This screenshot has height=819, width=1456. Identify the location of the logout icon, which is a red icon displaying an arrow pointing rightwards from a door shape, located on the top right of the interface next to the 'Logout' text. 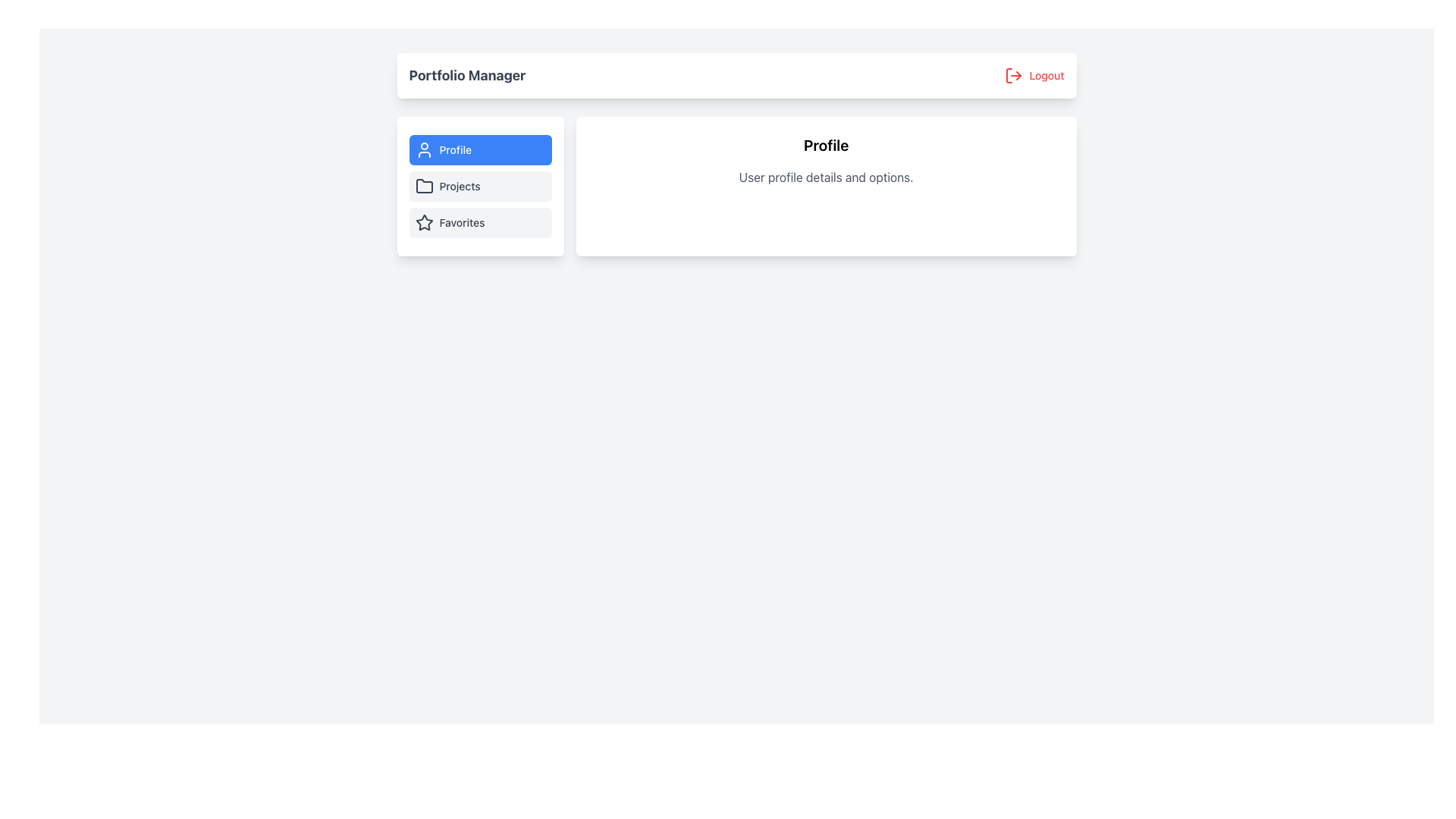
(1014, 76).